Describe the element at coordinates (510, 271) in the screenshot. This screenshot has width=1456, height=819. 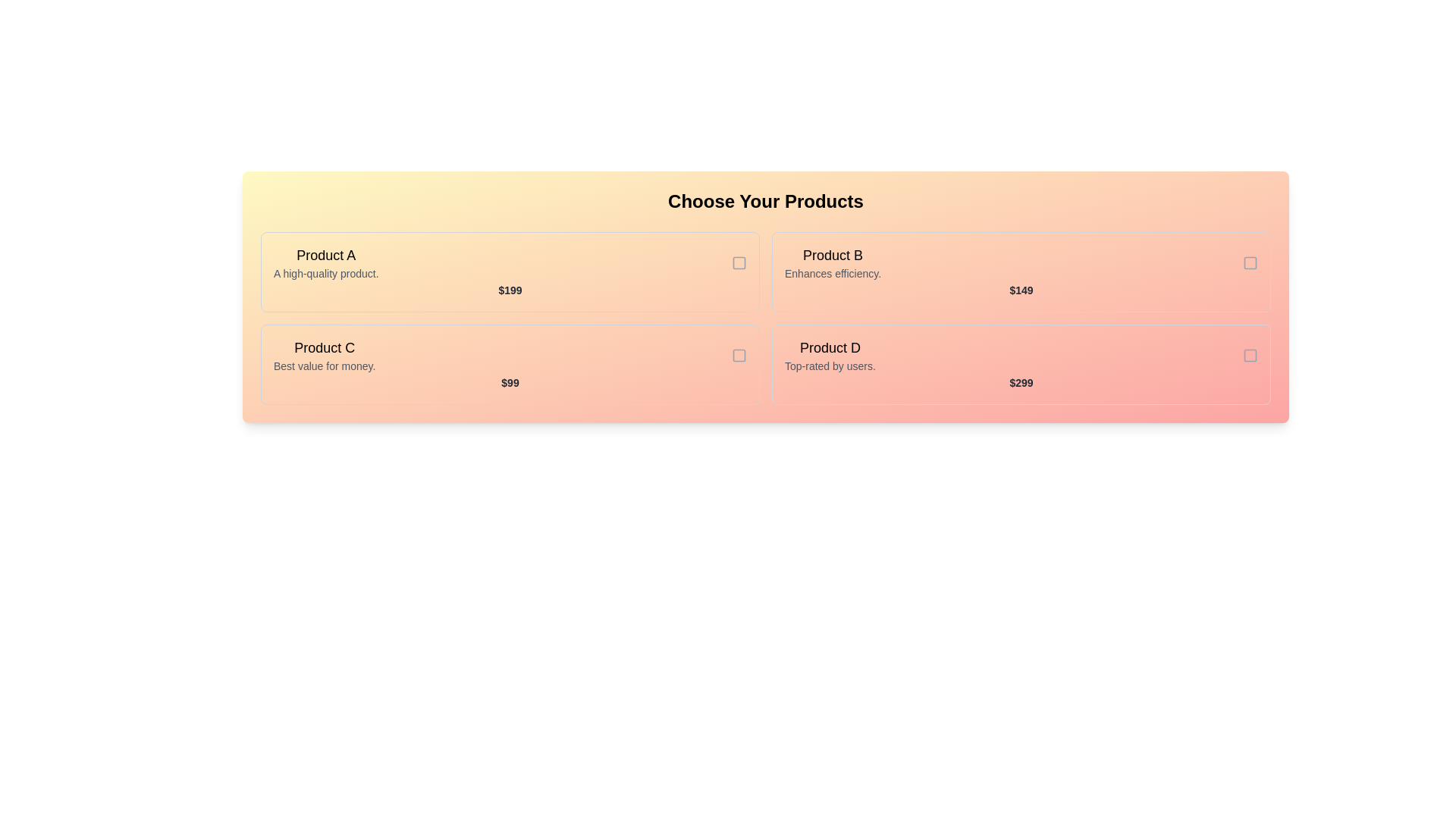
I see `the product card for Product A` at that location.